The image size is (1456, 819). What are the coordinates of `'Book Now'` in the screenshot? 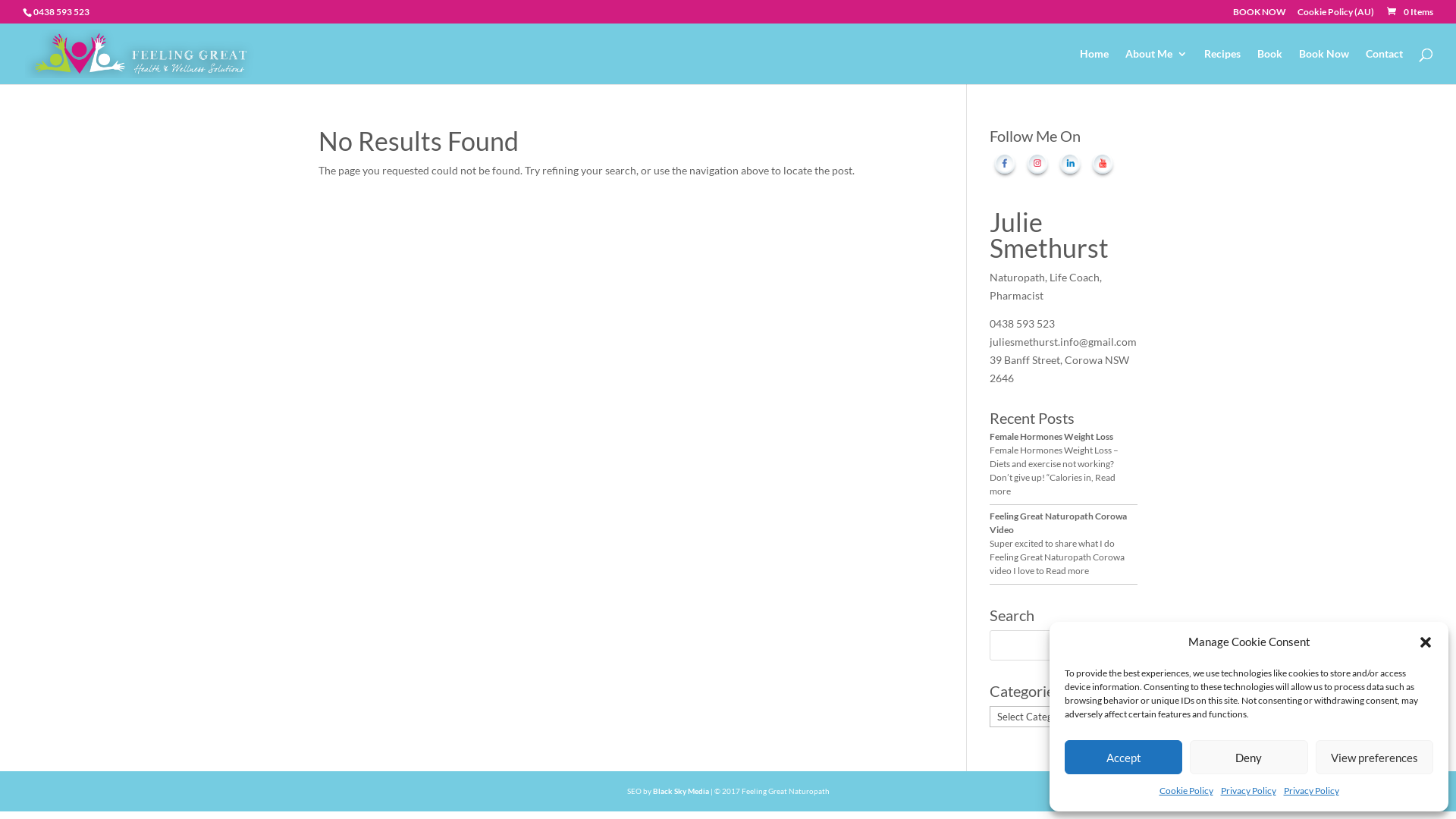 It's located at (1323, 65).